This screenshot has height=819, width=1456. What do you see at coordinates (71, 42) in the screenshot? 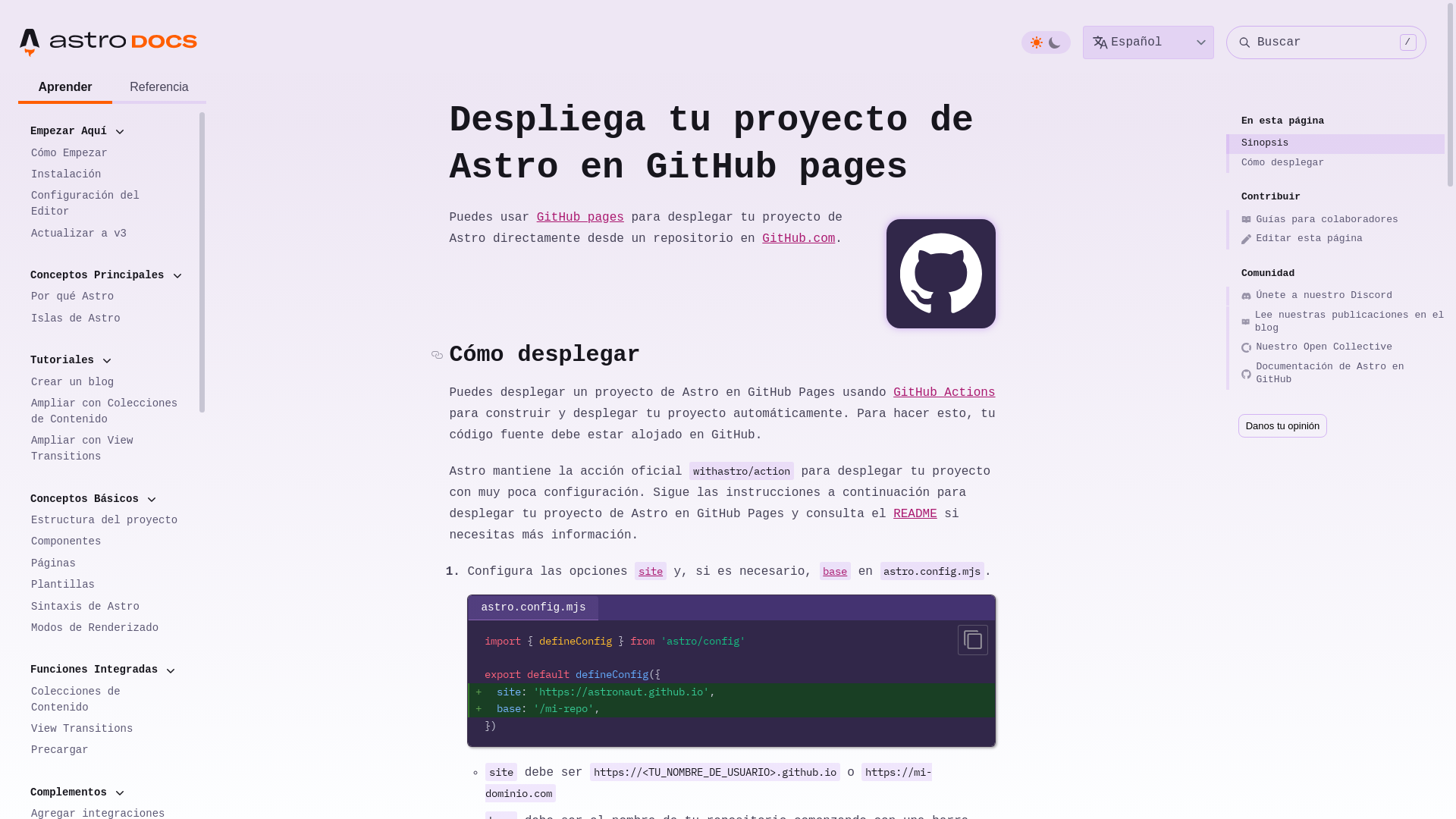
I see `'Astro'` at bounding box center [71, 42].